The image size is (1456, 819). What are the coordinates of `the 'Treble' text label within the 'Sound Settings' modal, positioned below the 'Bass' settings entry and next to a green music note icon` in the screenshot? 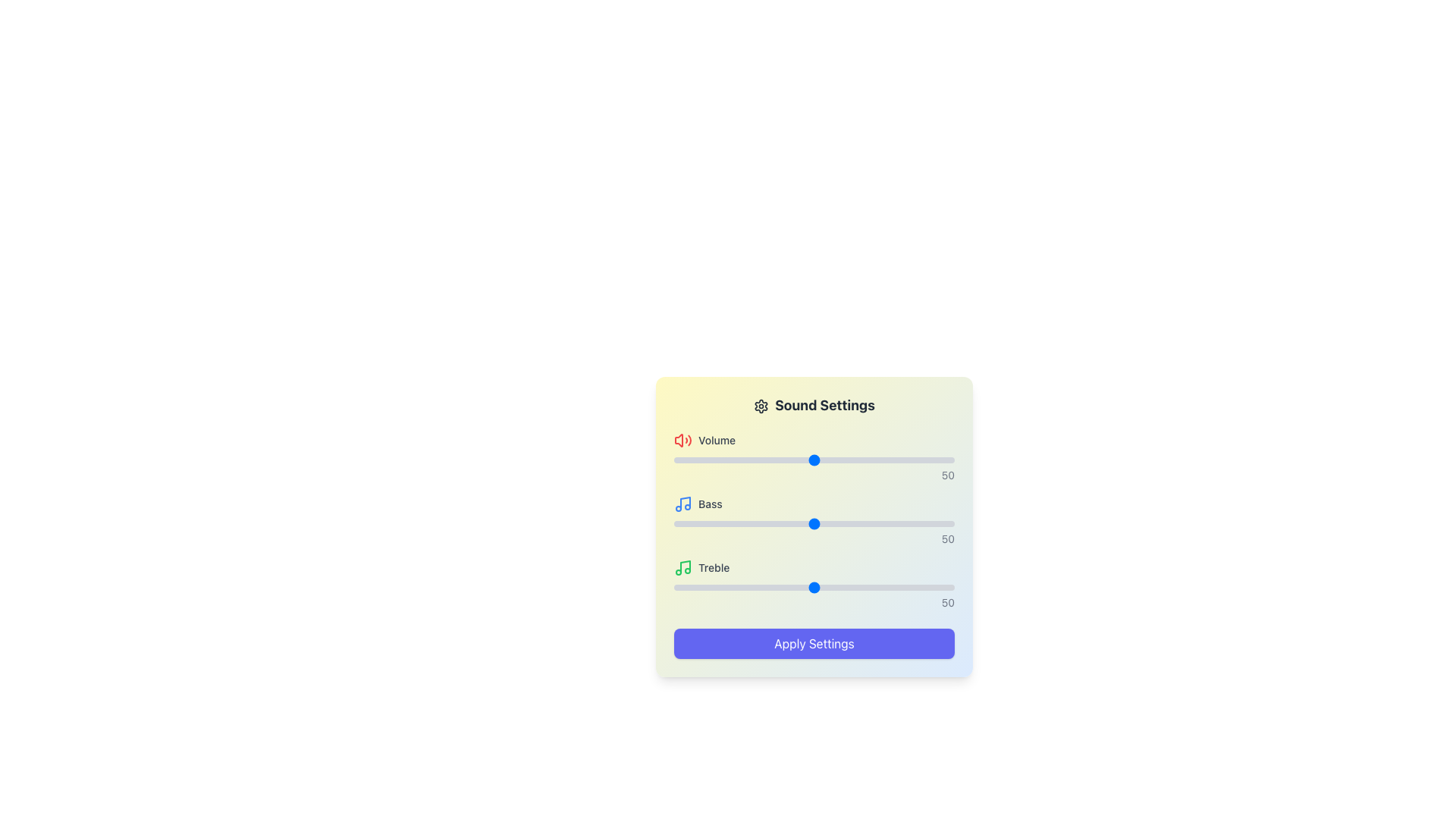 It's located at (713, 567).